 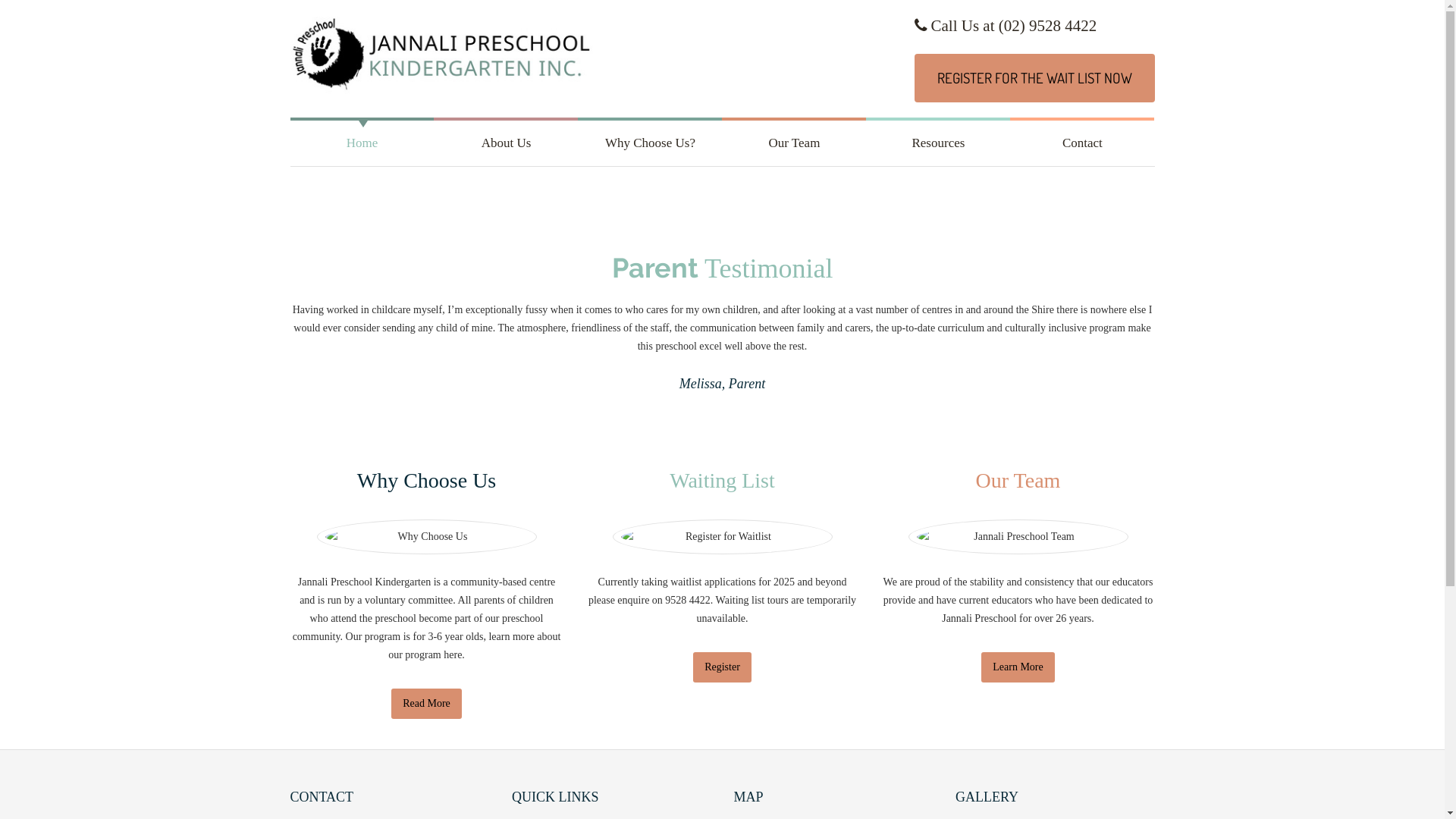 I want to click on 'Learn More', so click(x=1018, y=666).